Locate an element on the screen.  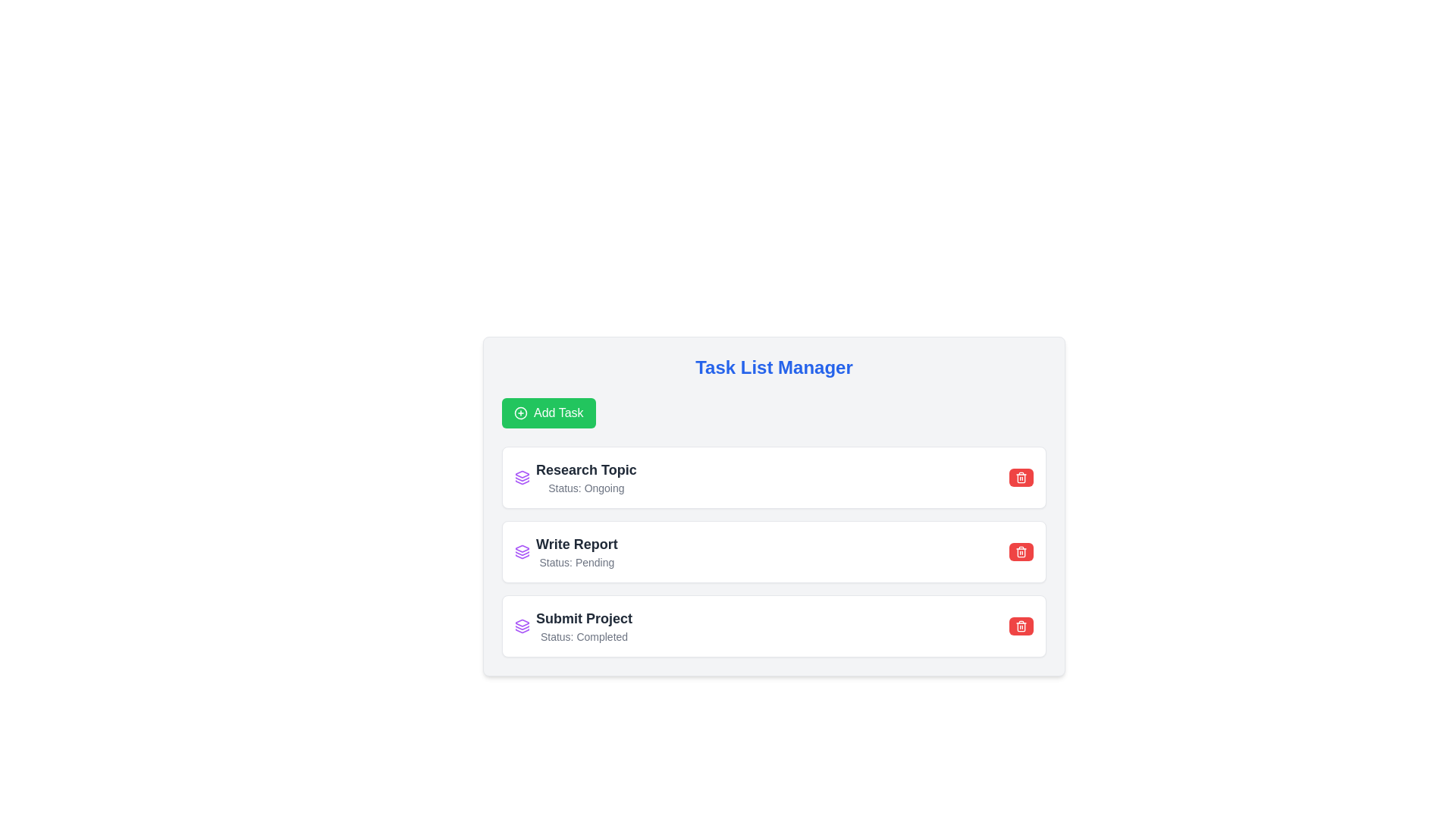
the visual cue provided by the task addition icon located on the left side of the 'Add Task' button in the Task List Manager interface is located at coordinates (520, 413).